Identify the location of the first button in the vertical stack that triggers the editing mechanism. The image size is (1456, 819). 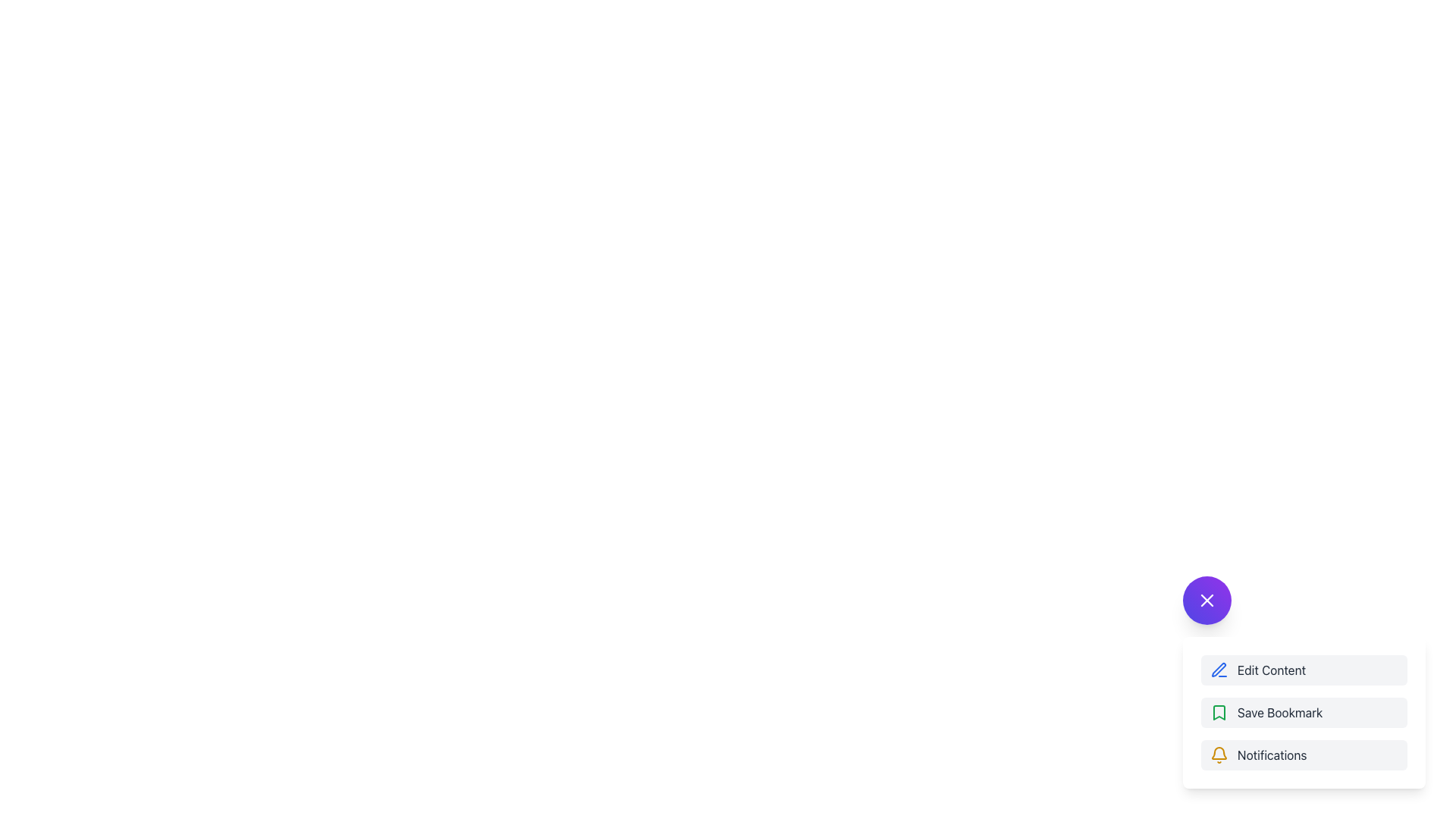
(1303, 681).